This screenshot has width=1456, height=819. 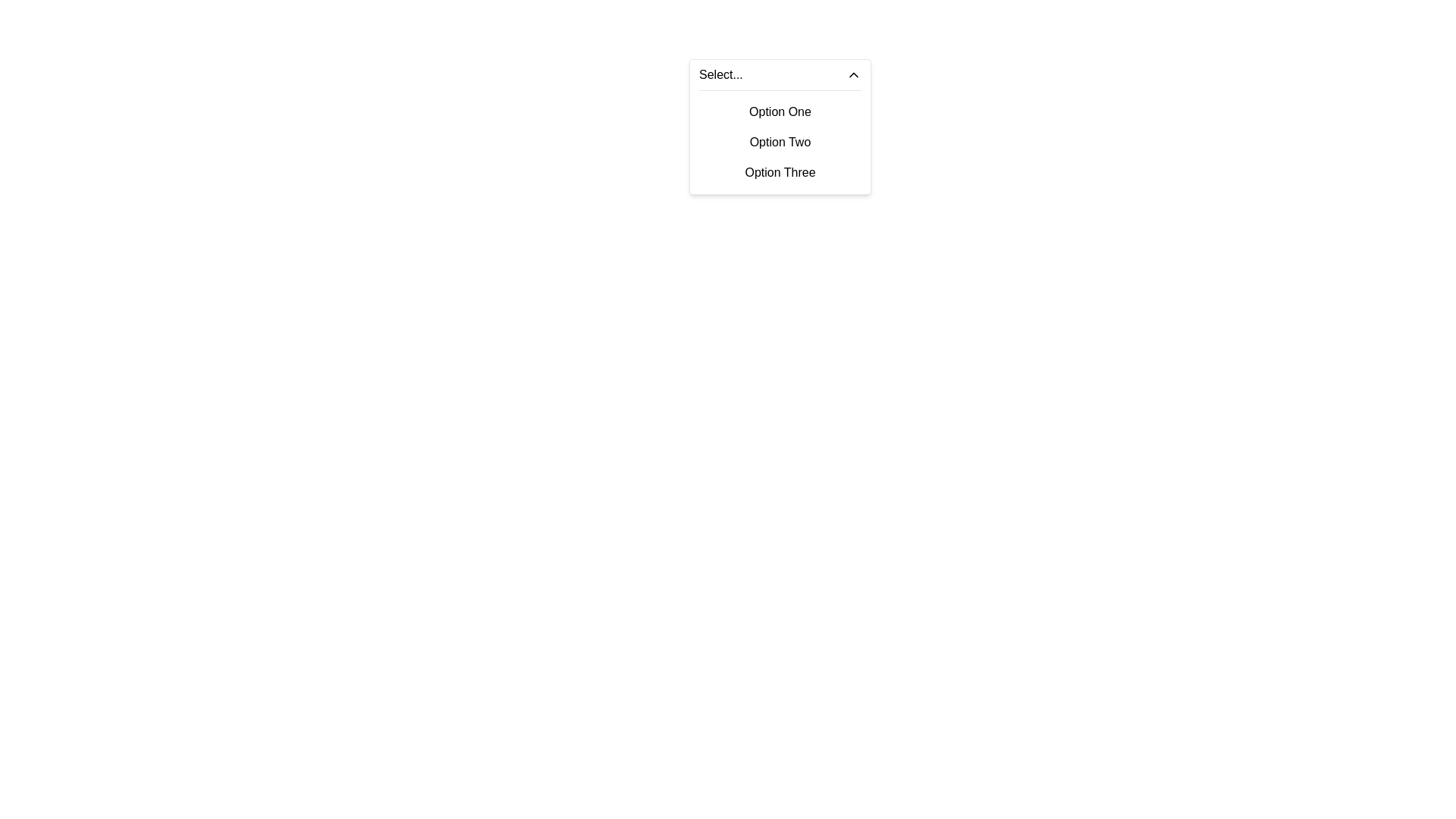 I want to click on the second option within the dropdown menu, so click(x=780, y=143).